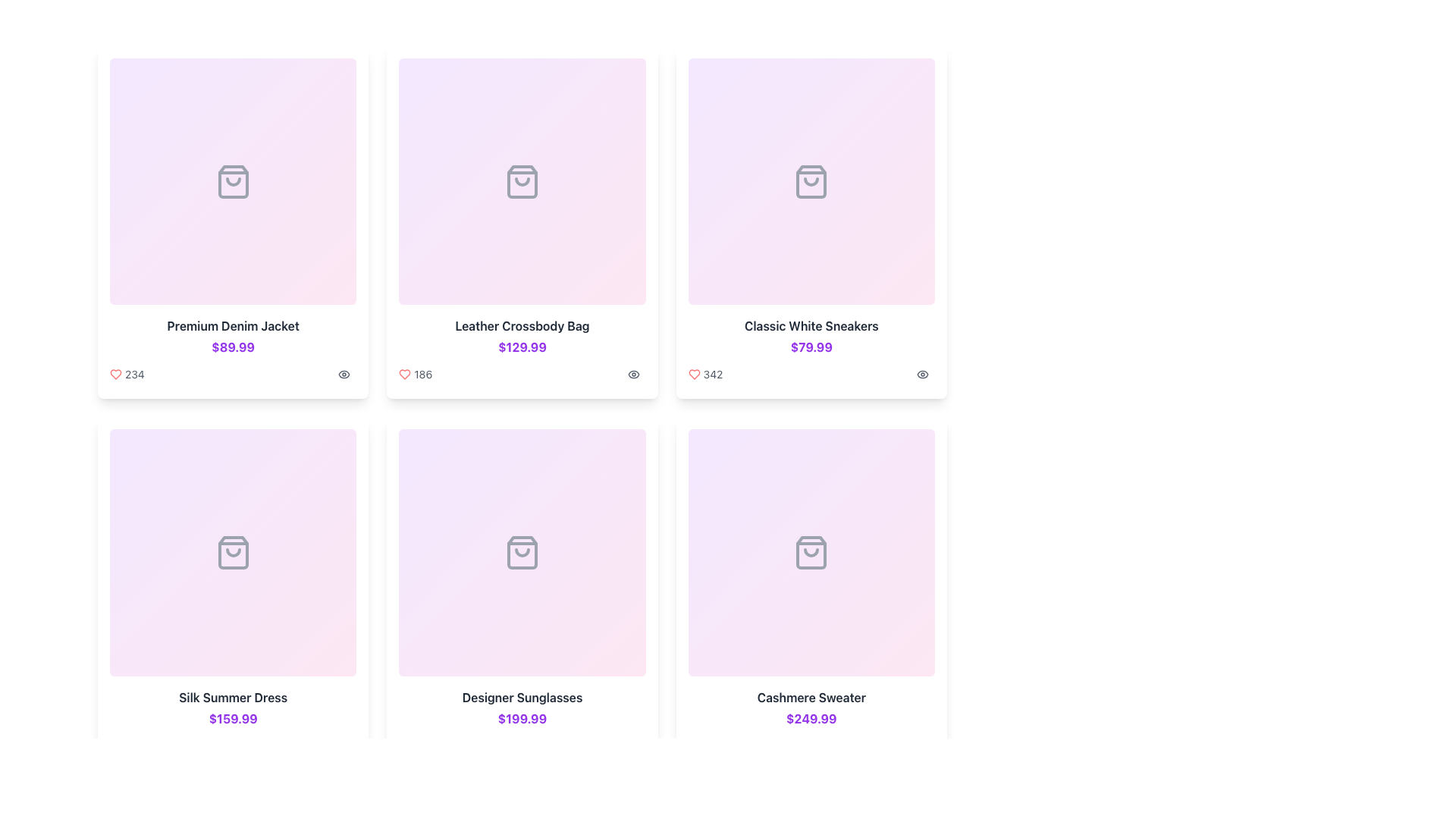 Image resolution: width=1456 pixels, height=819 pixels. What do you see at coordinates (423, 375) in the screenshot?
I see `number displayed in the text label showing '186', which is located in the middle column below the 'Leather Crossbody Bag' product card and next to a red heart icon` at bounding box center [423, 375].